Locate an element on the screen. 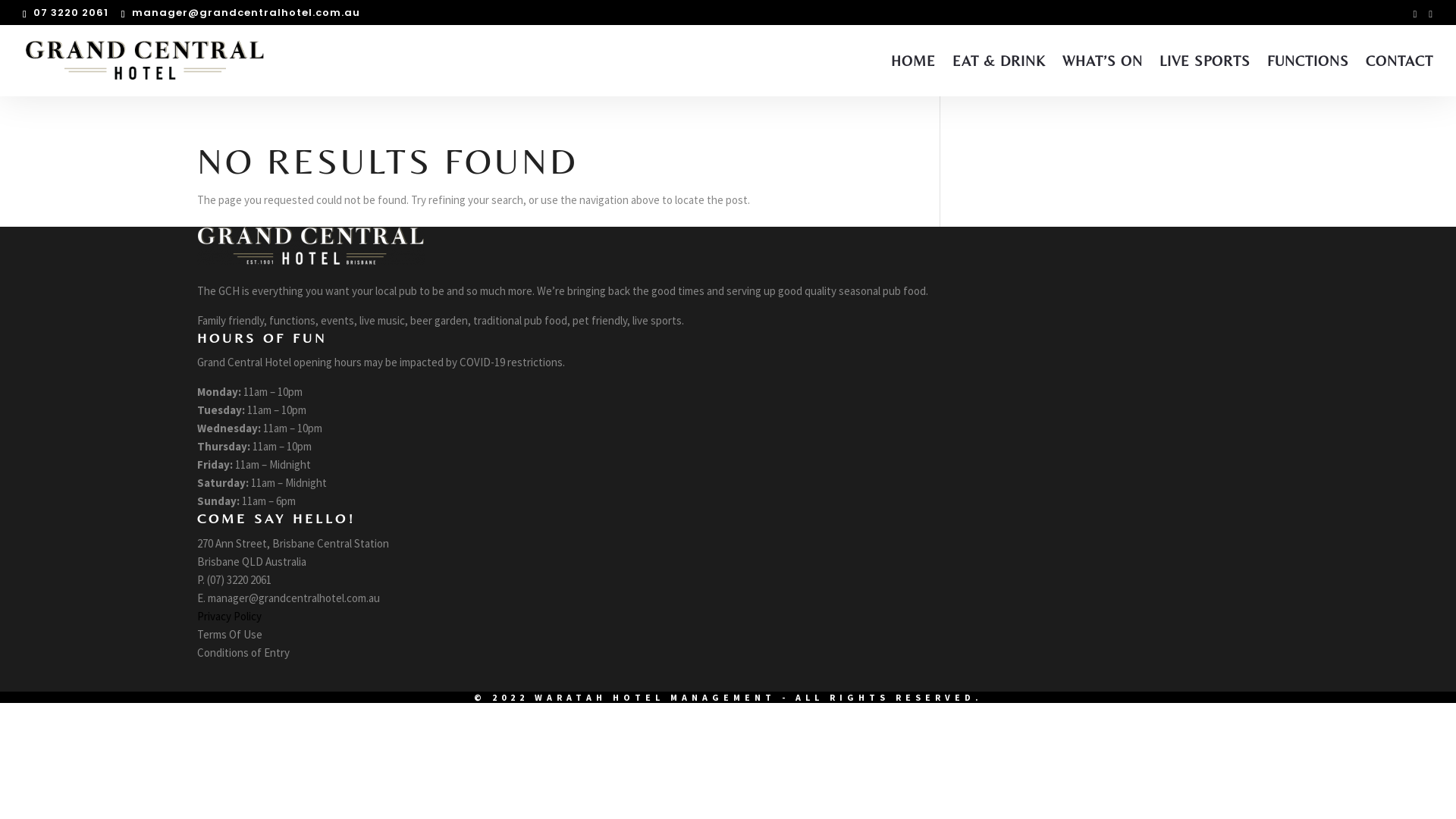 This screenshot has width=1456, height=819. 'FUNCTIONS' is located at coordinates (1307, 75).